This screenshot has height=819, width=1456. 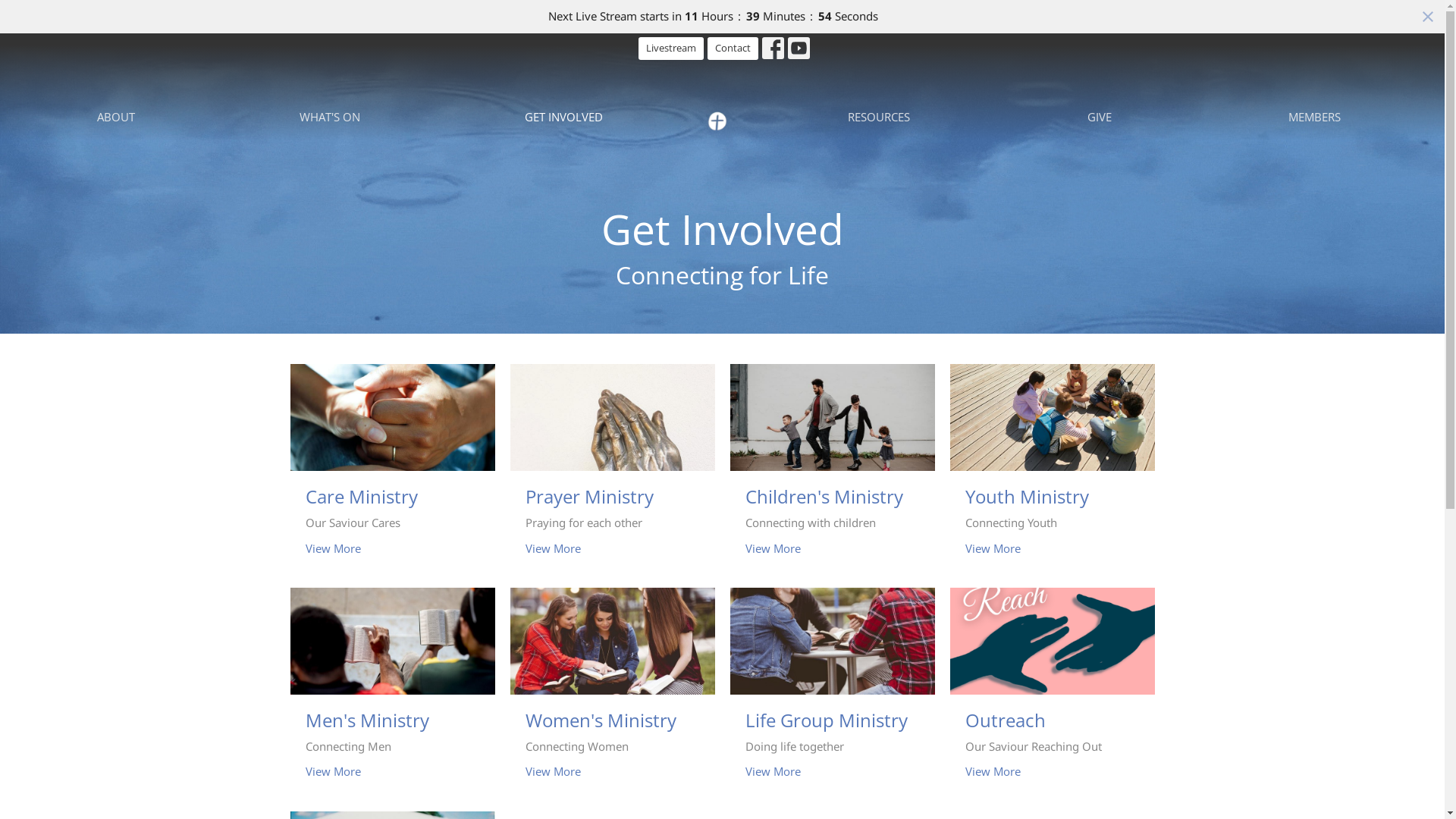 What do you see at coordinates (611, 692) in the screenshot?
I see `'Women's Ministry` at bounding box center [611, 692].